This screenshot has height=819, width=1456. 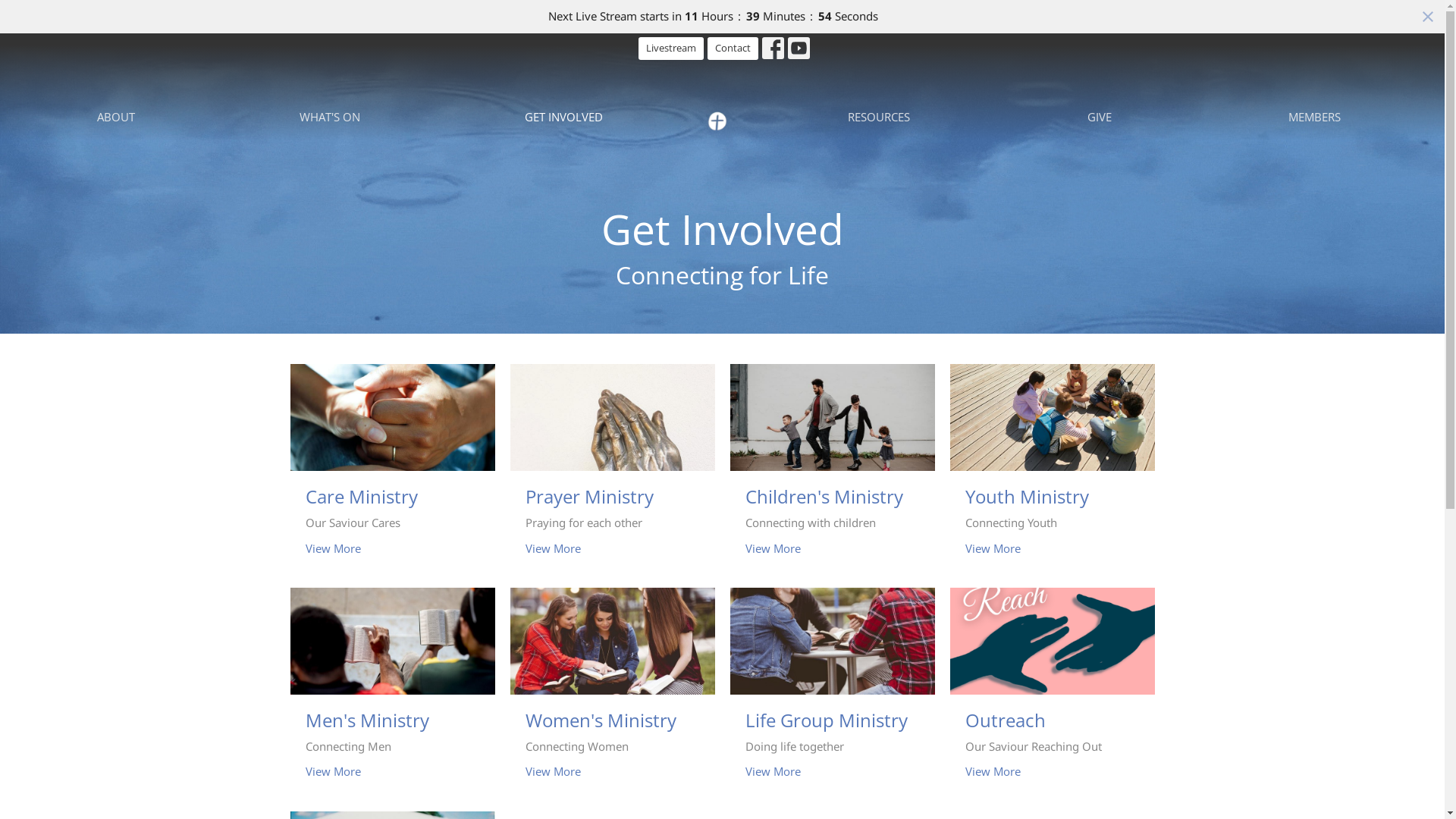 What do you see at coordinates (611, 692) in the screenshot?
I see `'Women's Ministry` at bounding box center [611, 692].